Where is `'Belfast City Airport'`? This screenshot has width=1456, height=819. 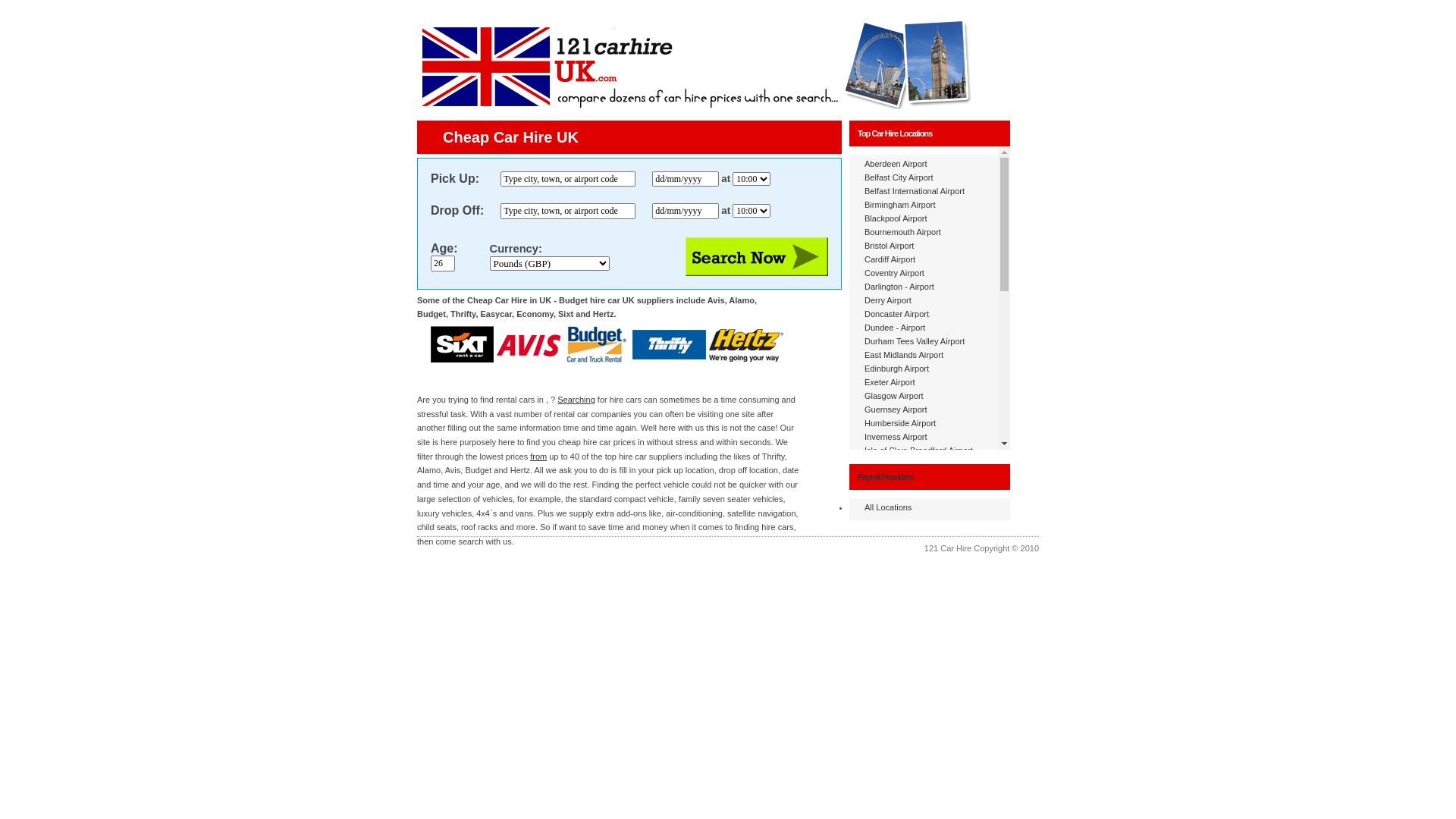
'Belfast City Airport' is located at coordinates (899, 177).